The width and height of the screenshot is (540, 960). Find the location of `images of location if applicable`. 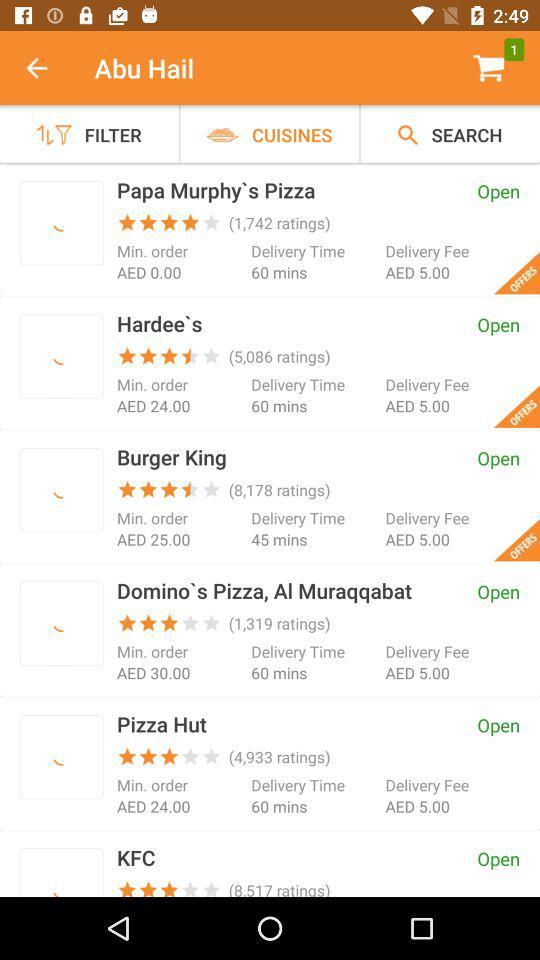

images of location if applicable is located at coordinates (61, 356).